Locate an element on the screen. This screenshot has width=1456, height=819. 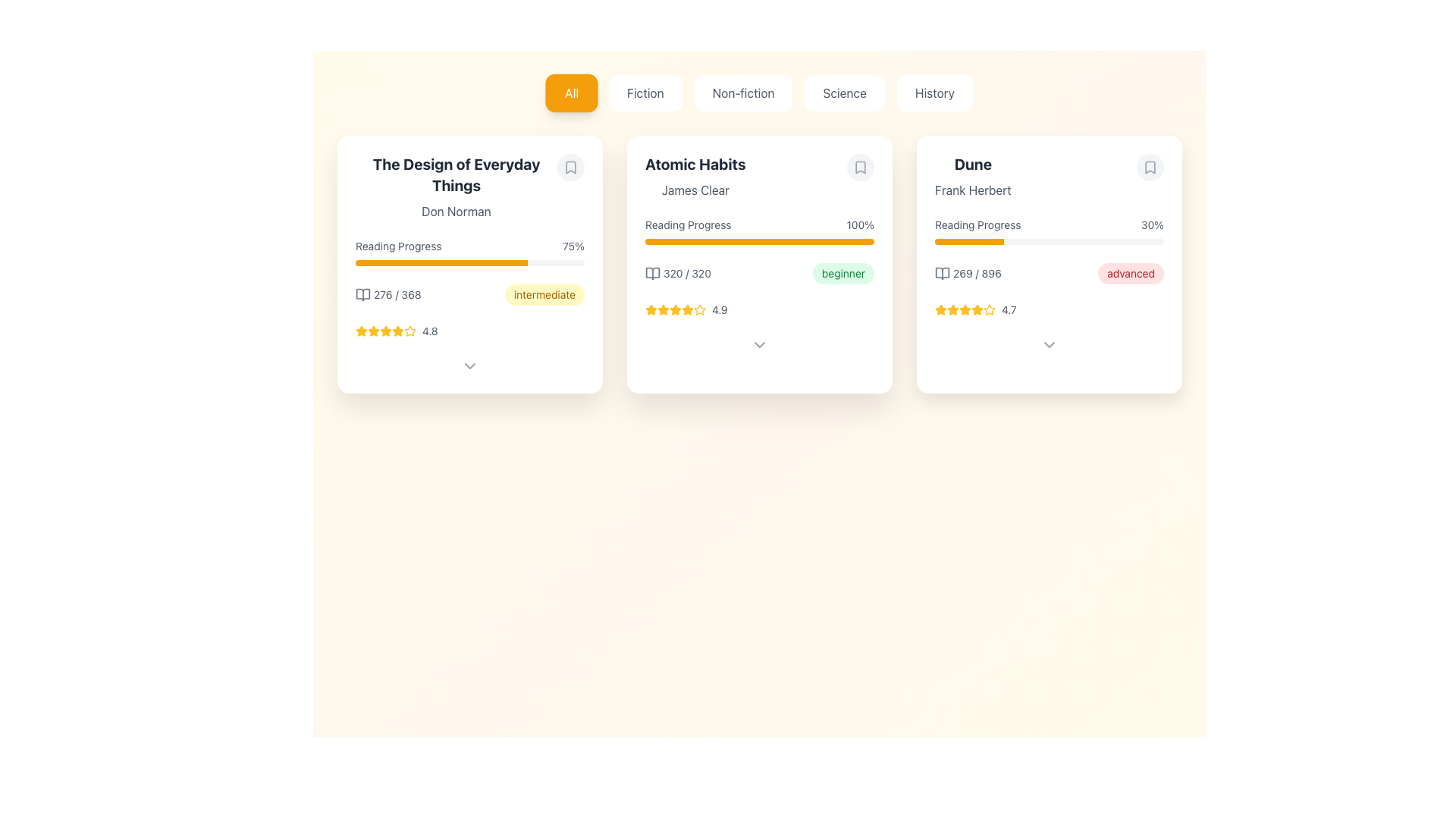
the bookmark icon button located in the upper-right corner of the first card is located at coordinates (570, 167).